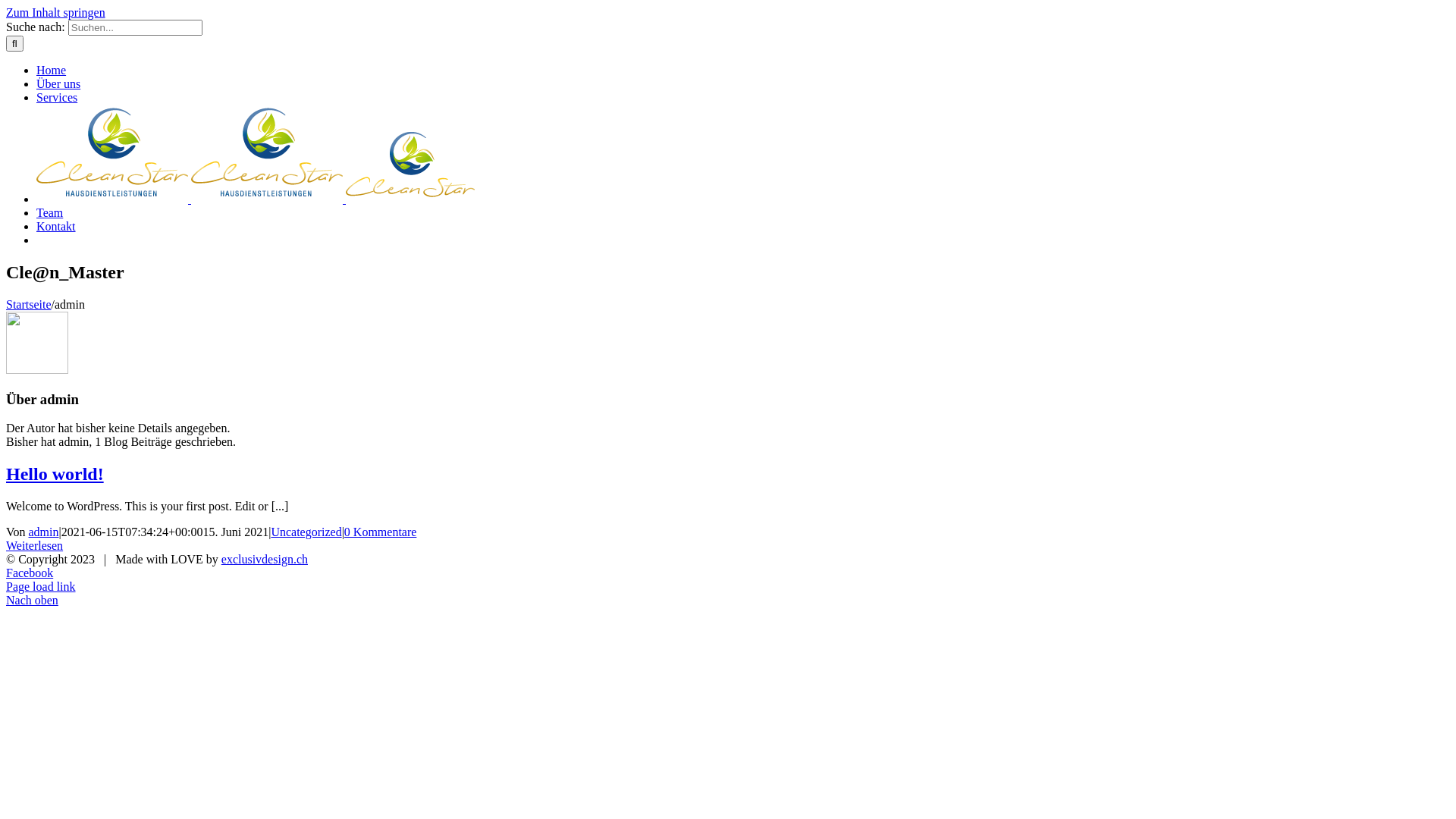 Image resolution: width=1456 pixels, height=819 pixels. Describe the element at coordinates (29, 304) in the screenshot. I see `'Startseite'` at that location.